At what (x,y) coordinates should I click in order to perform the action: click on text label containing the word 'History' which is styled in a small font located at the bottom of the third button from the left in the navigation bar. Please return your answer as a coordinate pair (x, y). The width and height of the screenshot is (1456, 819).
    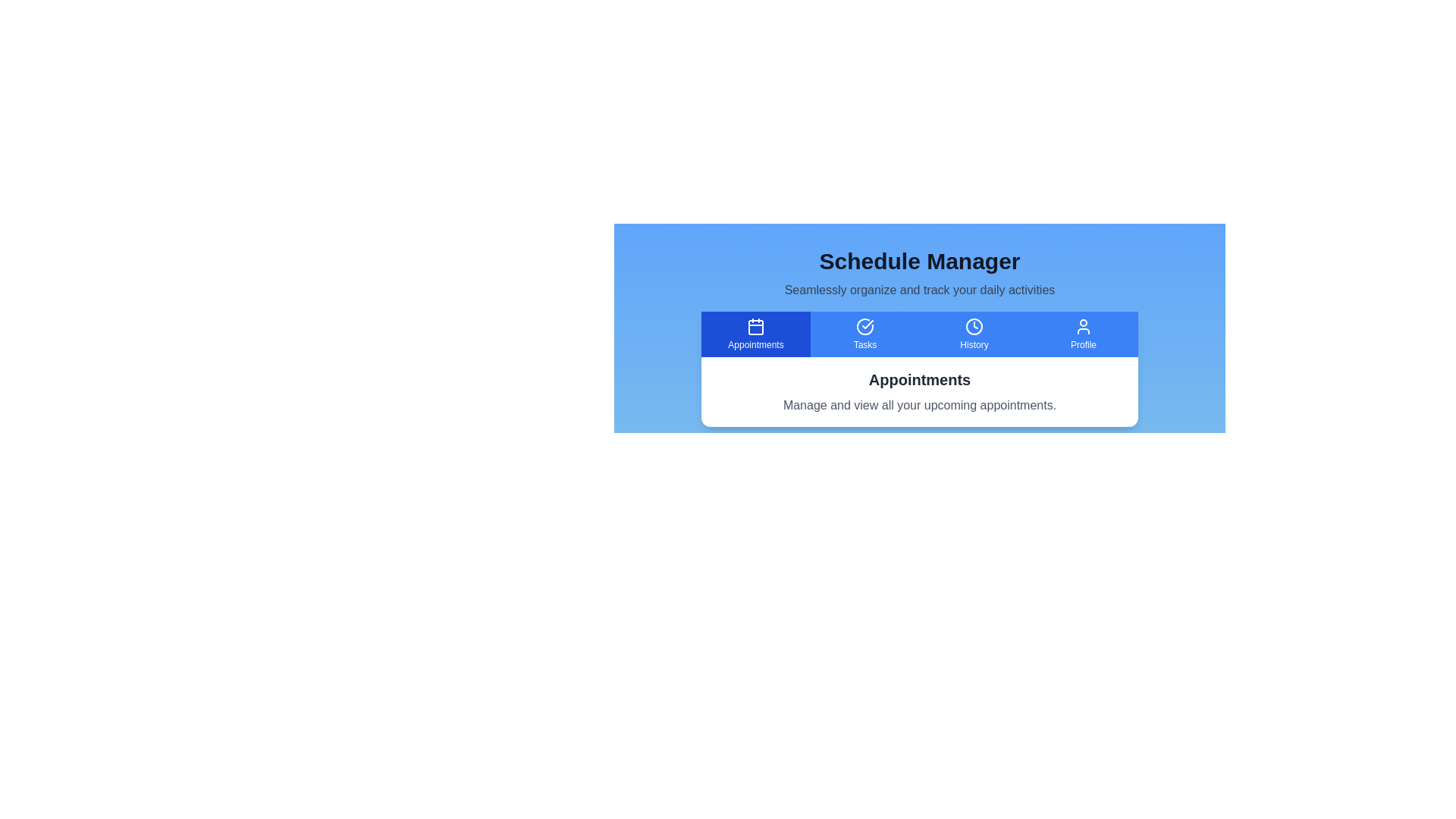
    Looking at the image, I should click on (974, 345).